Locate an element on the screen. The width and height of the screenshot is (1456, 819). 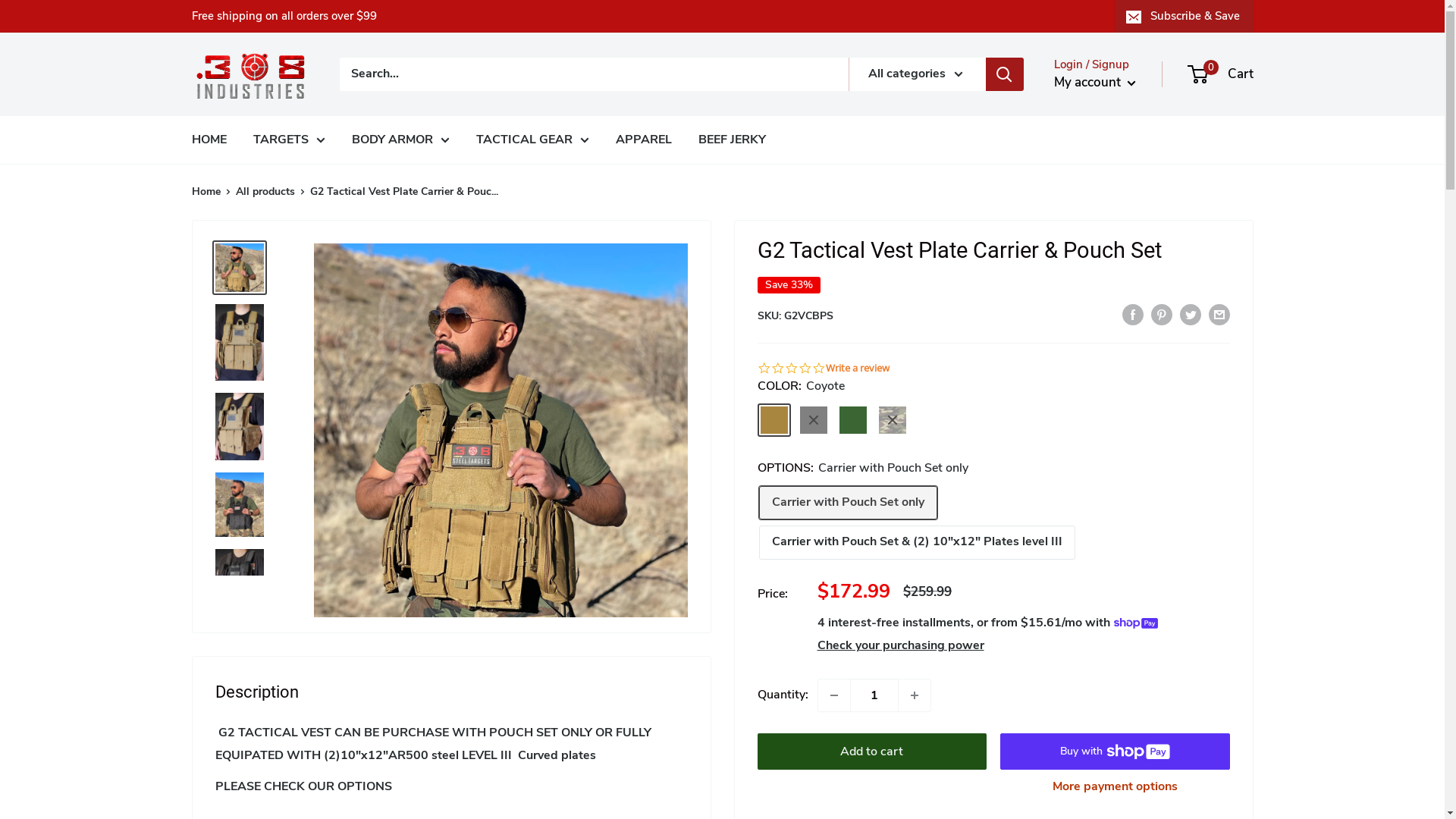
'Decrease quantity by 1' is located at coordinates (833, 695).